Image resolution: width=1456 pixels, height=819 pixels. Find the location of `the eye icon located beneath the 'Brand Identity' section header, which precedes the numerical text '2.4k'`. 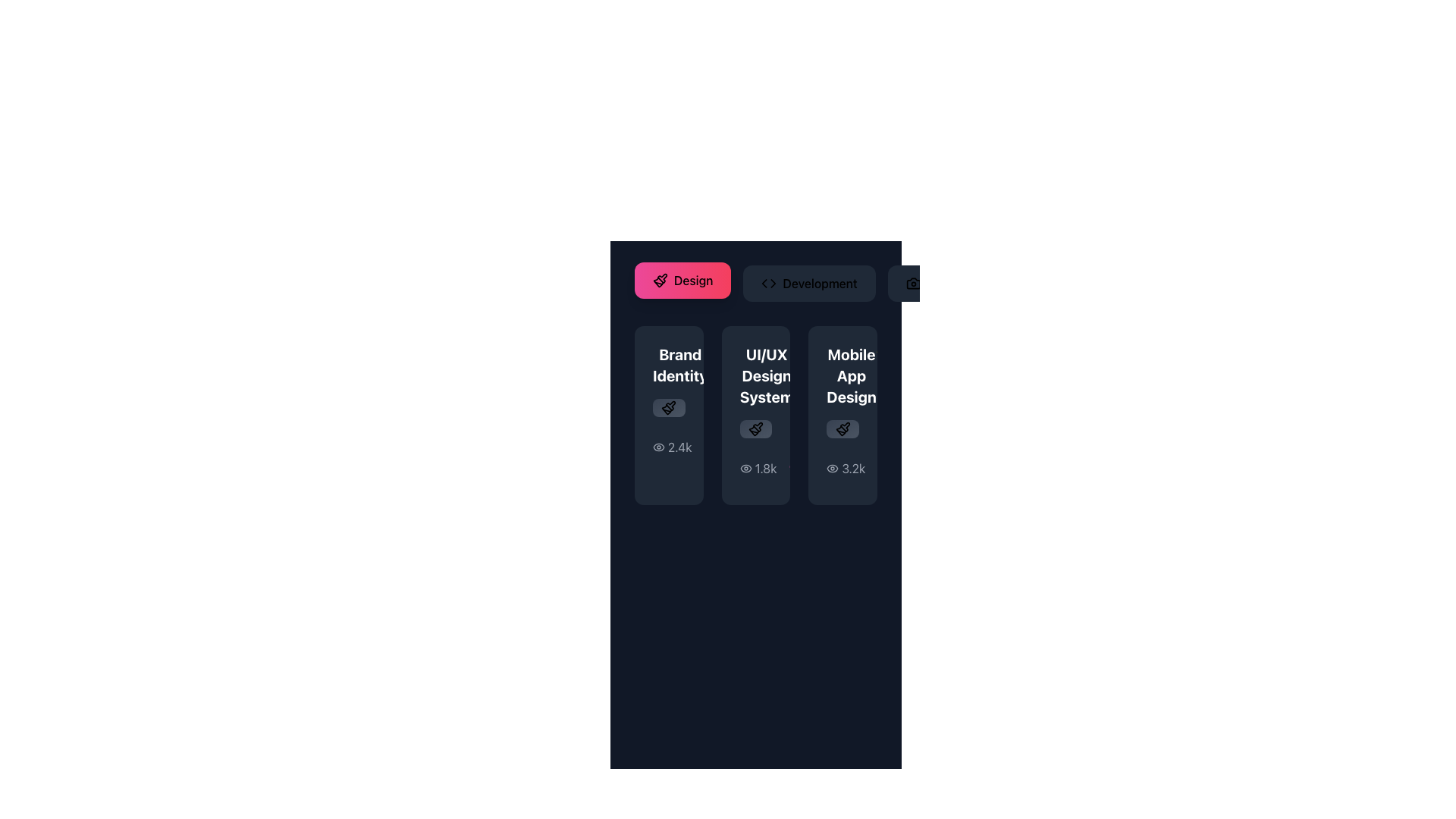

the eye icon located beneath the 'Brand Identity' section header, which precedes the numerical text '2.4k' is located at coordinates (658, 446).